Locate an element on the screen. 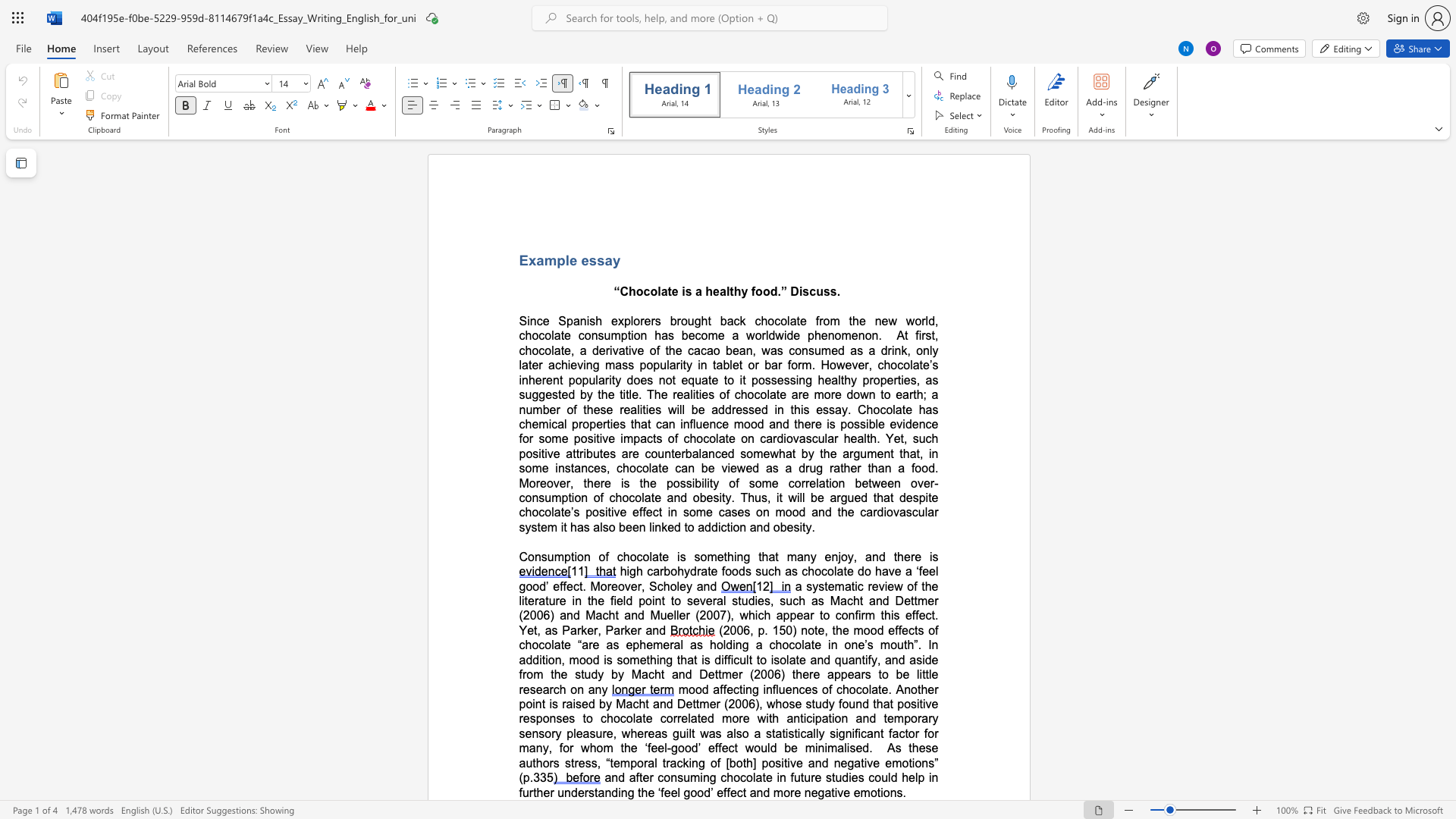  the subset text "ct would be mi" within the text "guilt was also a statistically significant factor for many, for whom the ‘feel-good’ effect would be min" is located at coordinates (728, 747).